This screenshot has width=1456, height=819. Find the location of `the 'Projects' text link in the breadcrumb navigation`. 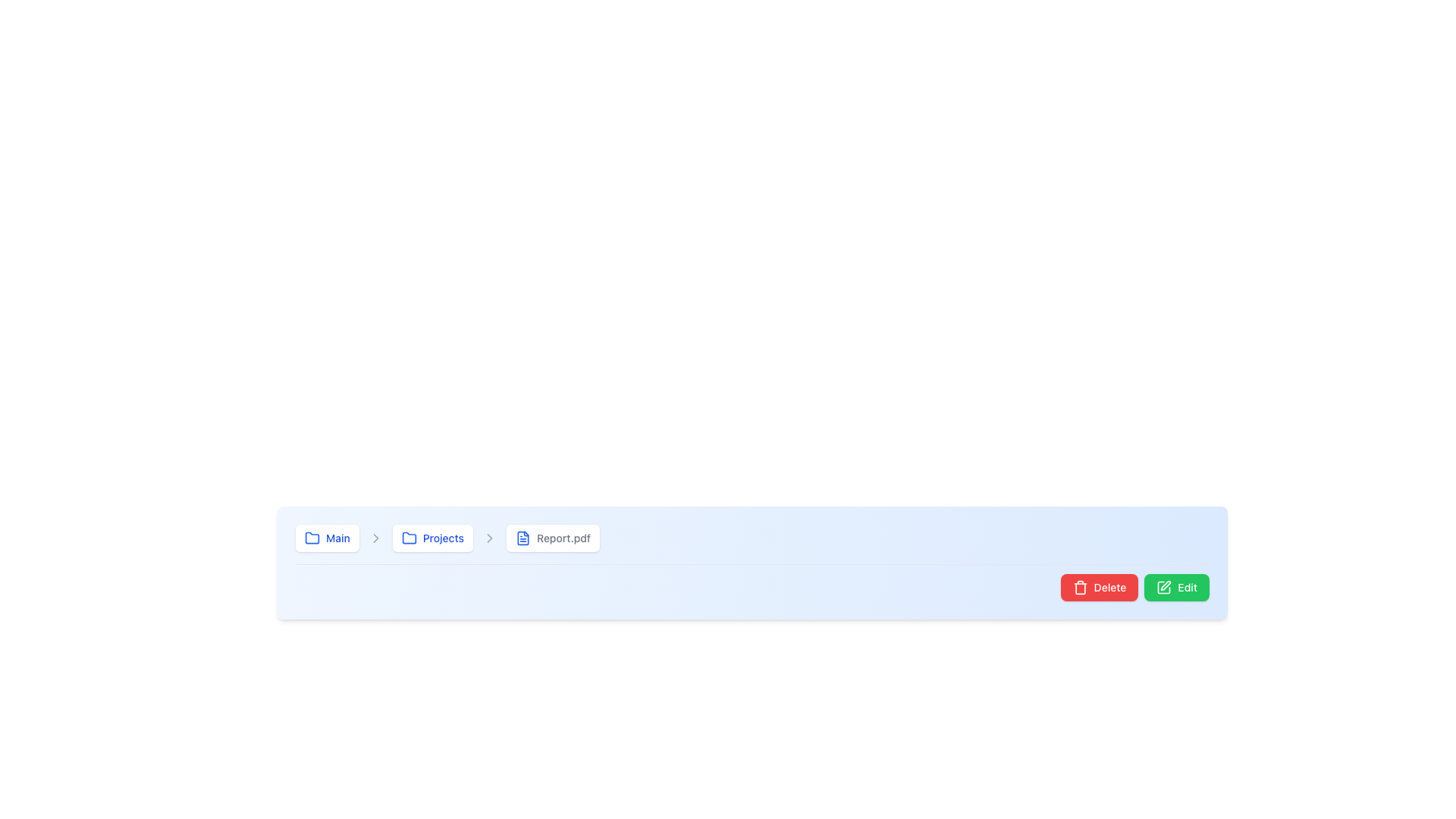

the 'Projects' text link in the breadcrumb navigation is located at coordinates (442, 537).